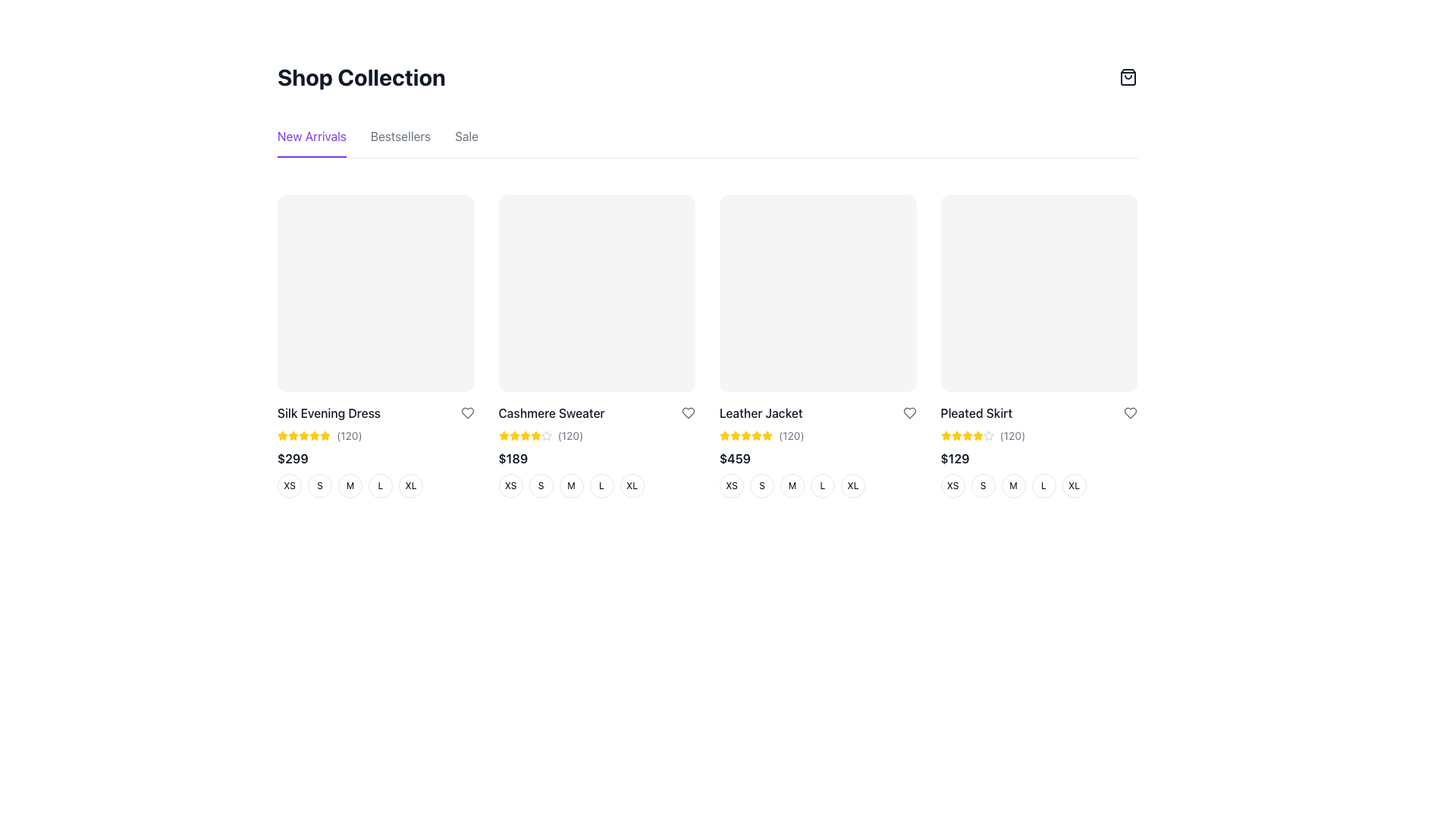 The width and height of the screenshot is (1456, 819). Describe the element at coordinates (319, 485) in the screenshot. I see `the 'S' size option button for the Silk Evening Dress` at that location.